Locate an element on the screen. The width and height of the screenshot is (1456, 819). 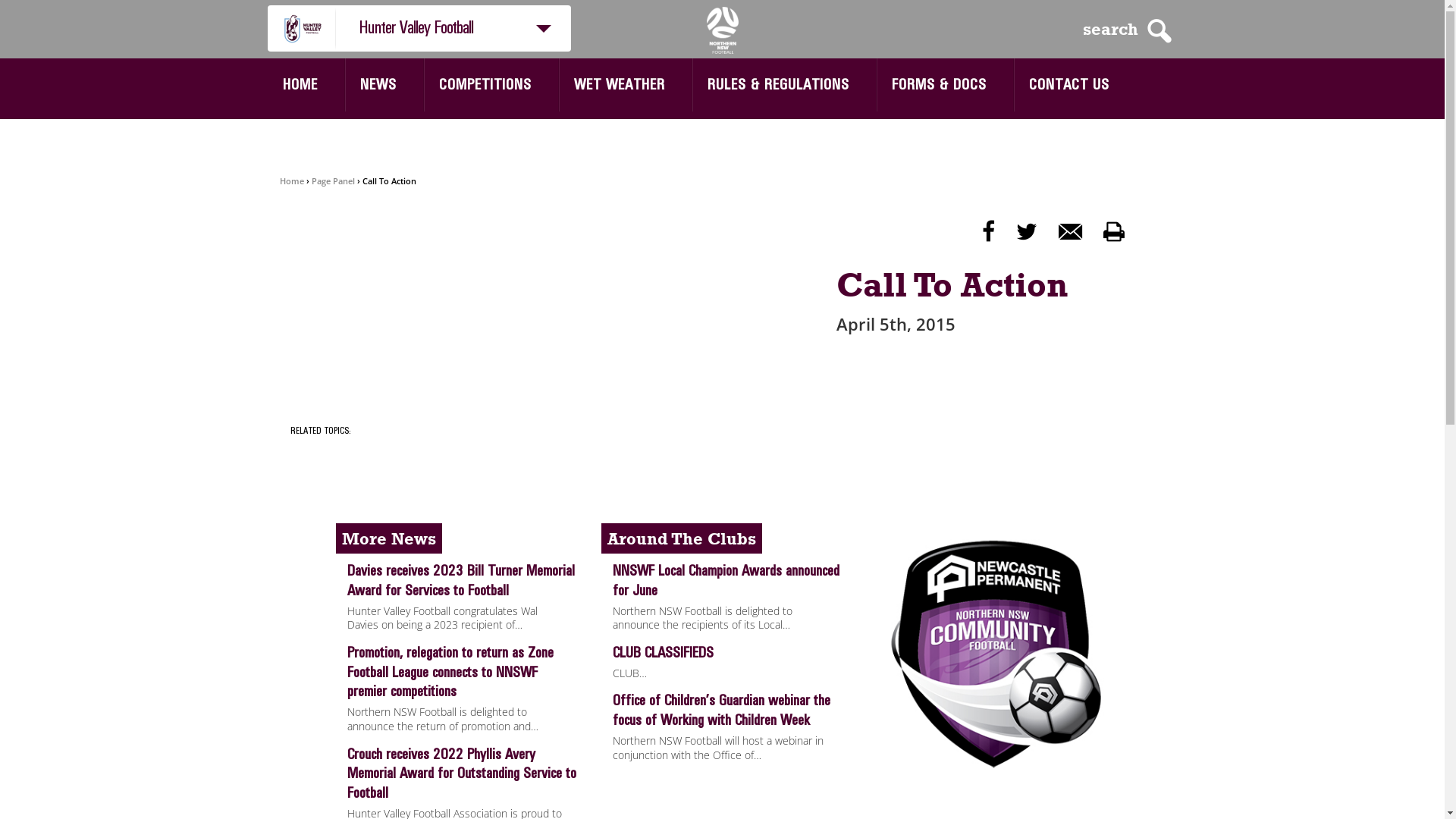
'S' is located at coordinates (1158, 31).